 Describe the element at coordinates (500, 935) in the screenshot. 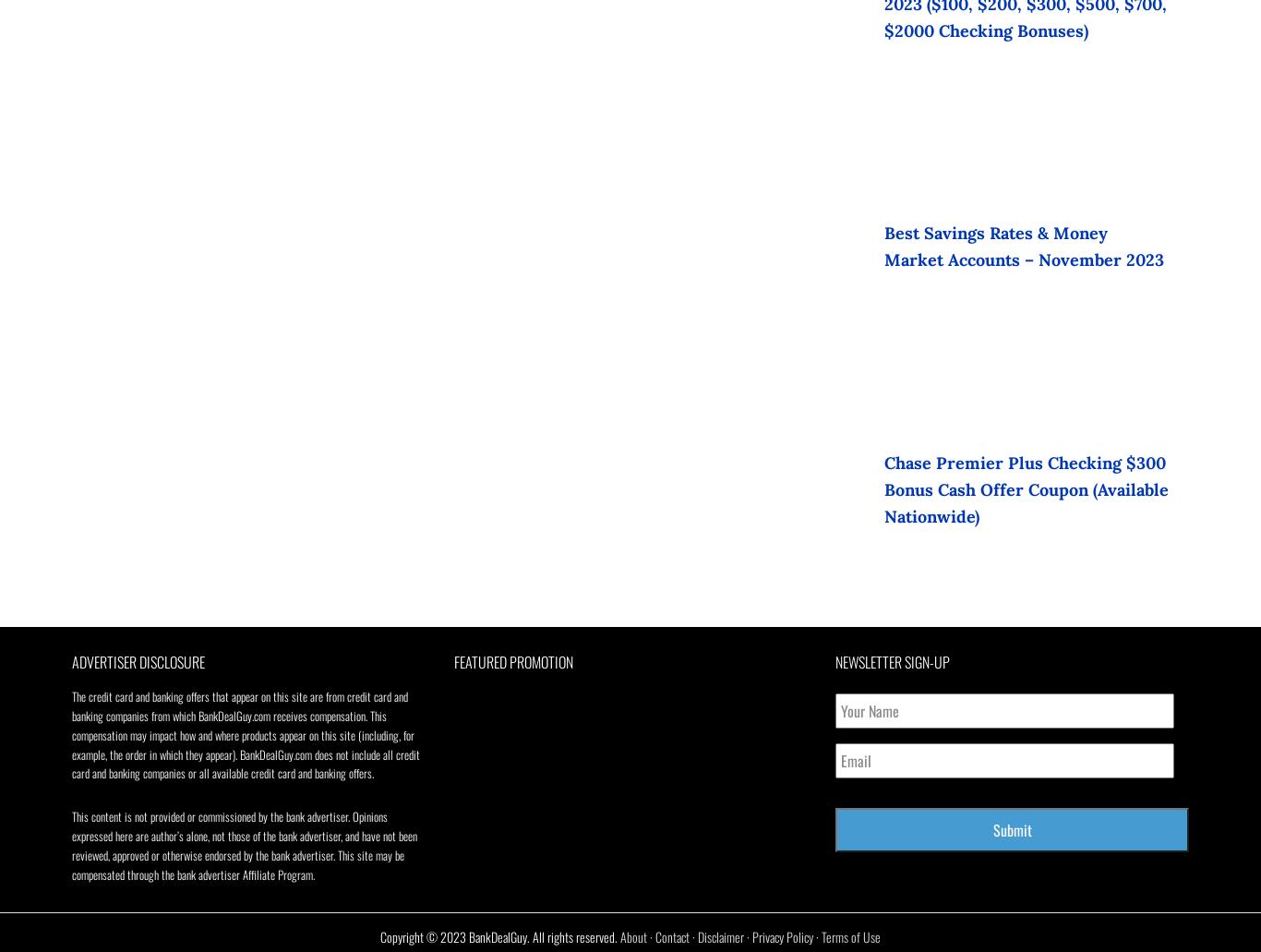

I see `'Copyright © 2023 BankDealGuy. All rights reserved.'` at that location.